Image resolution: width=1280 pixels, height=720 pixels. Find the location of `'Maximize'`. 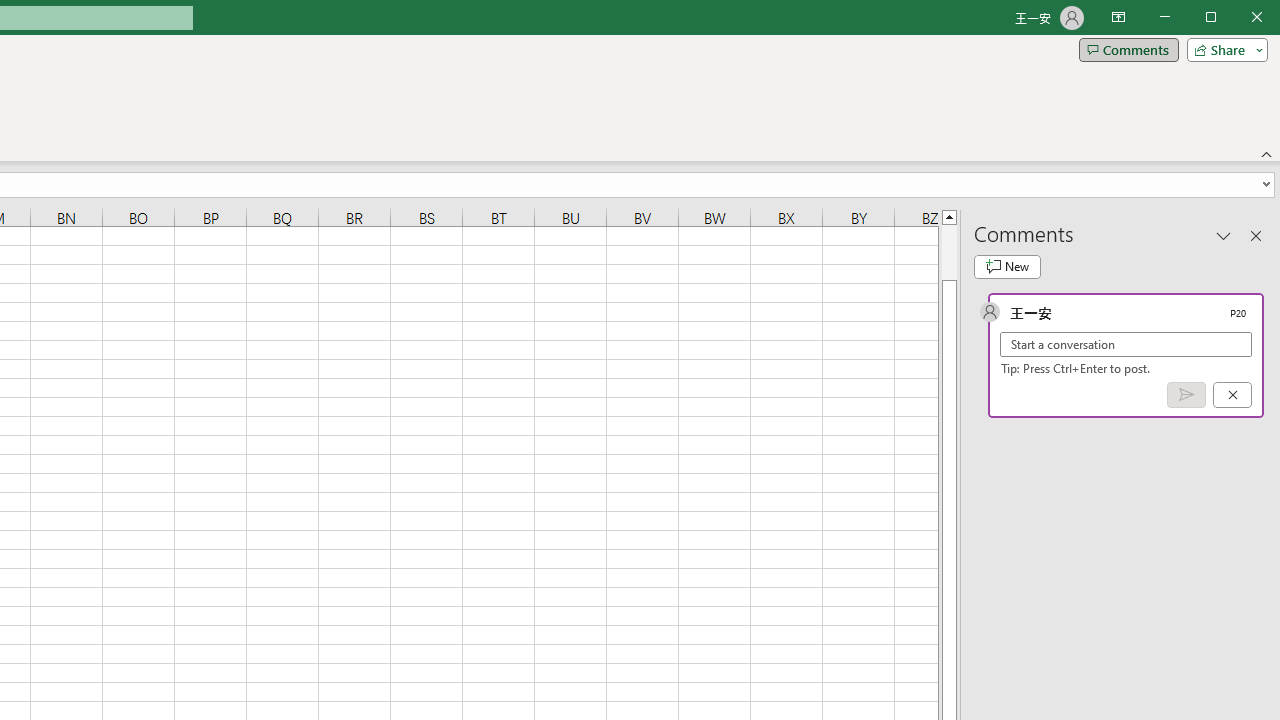

'Maximize' is located at coordinates (1238, 19).